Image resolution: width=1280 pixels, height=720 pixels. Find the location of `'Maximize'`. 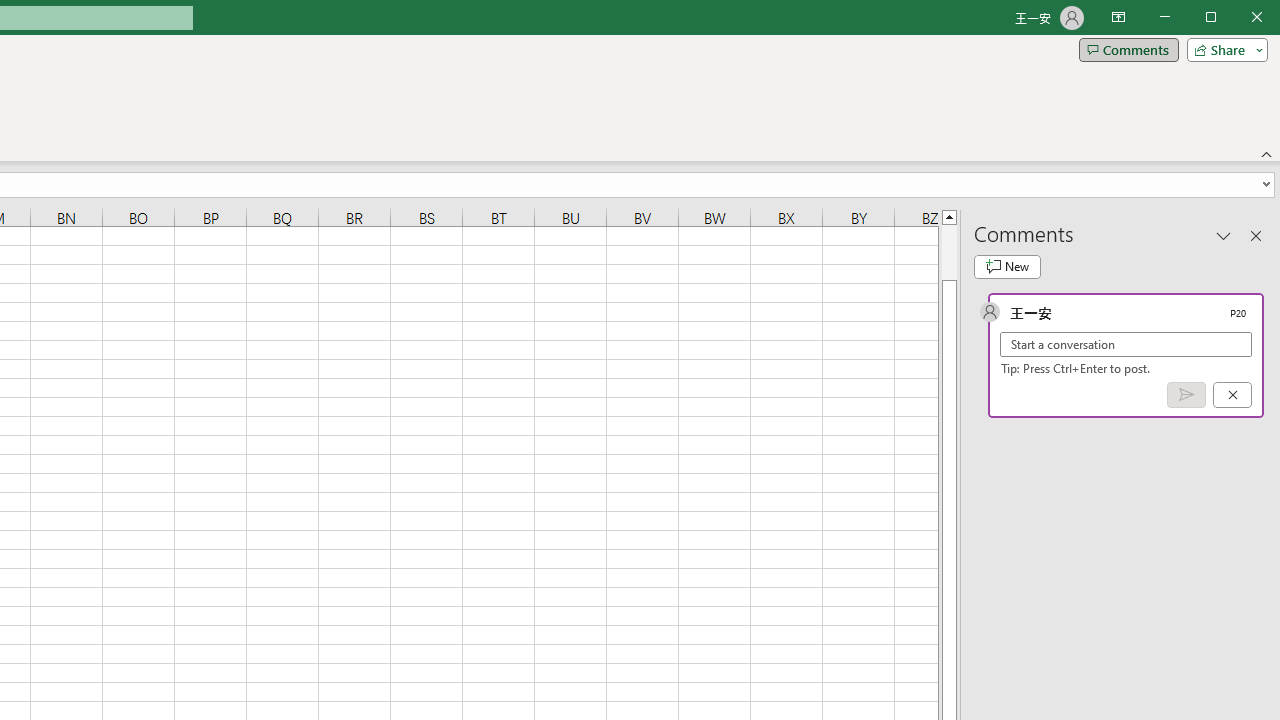

'Maximize' is located at coordinates (1238, 19).